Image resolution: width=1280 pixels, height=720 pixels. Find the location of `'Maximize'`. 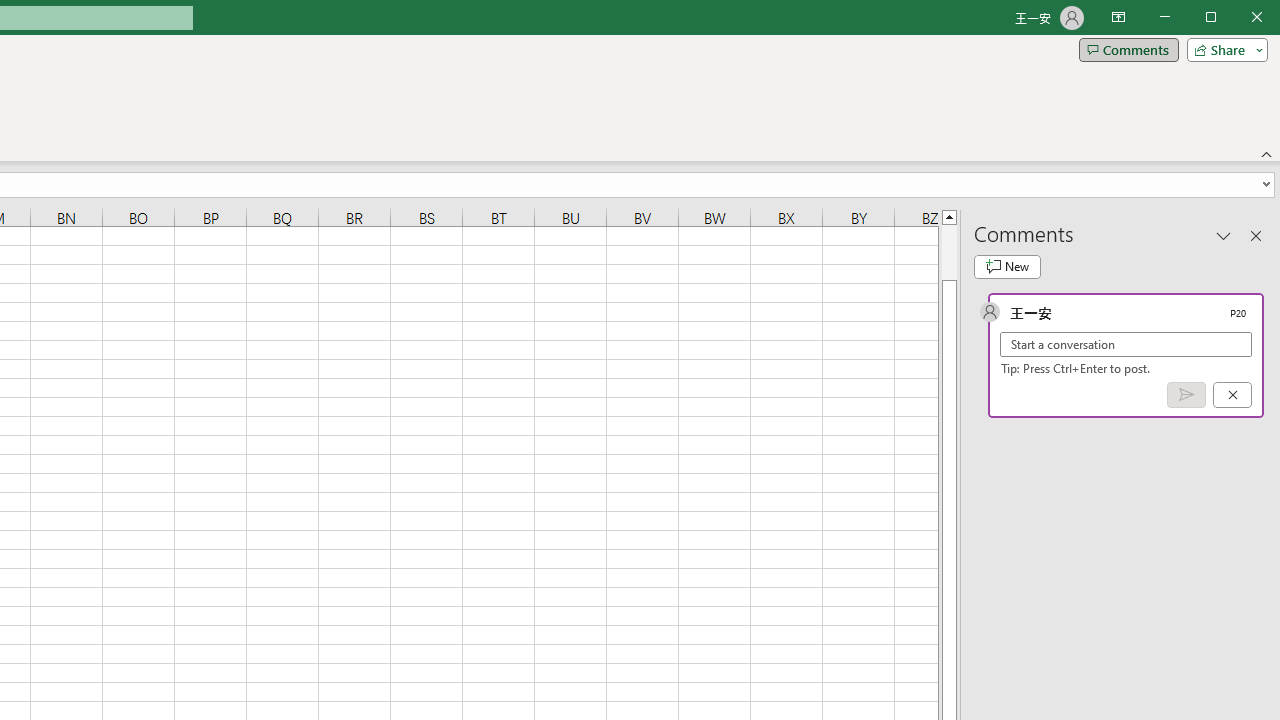

'Maximize' is located at coordinates (1238, 19).